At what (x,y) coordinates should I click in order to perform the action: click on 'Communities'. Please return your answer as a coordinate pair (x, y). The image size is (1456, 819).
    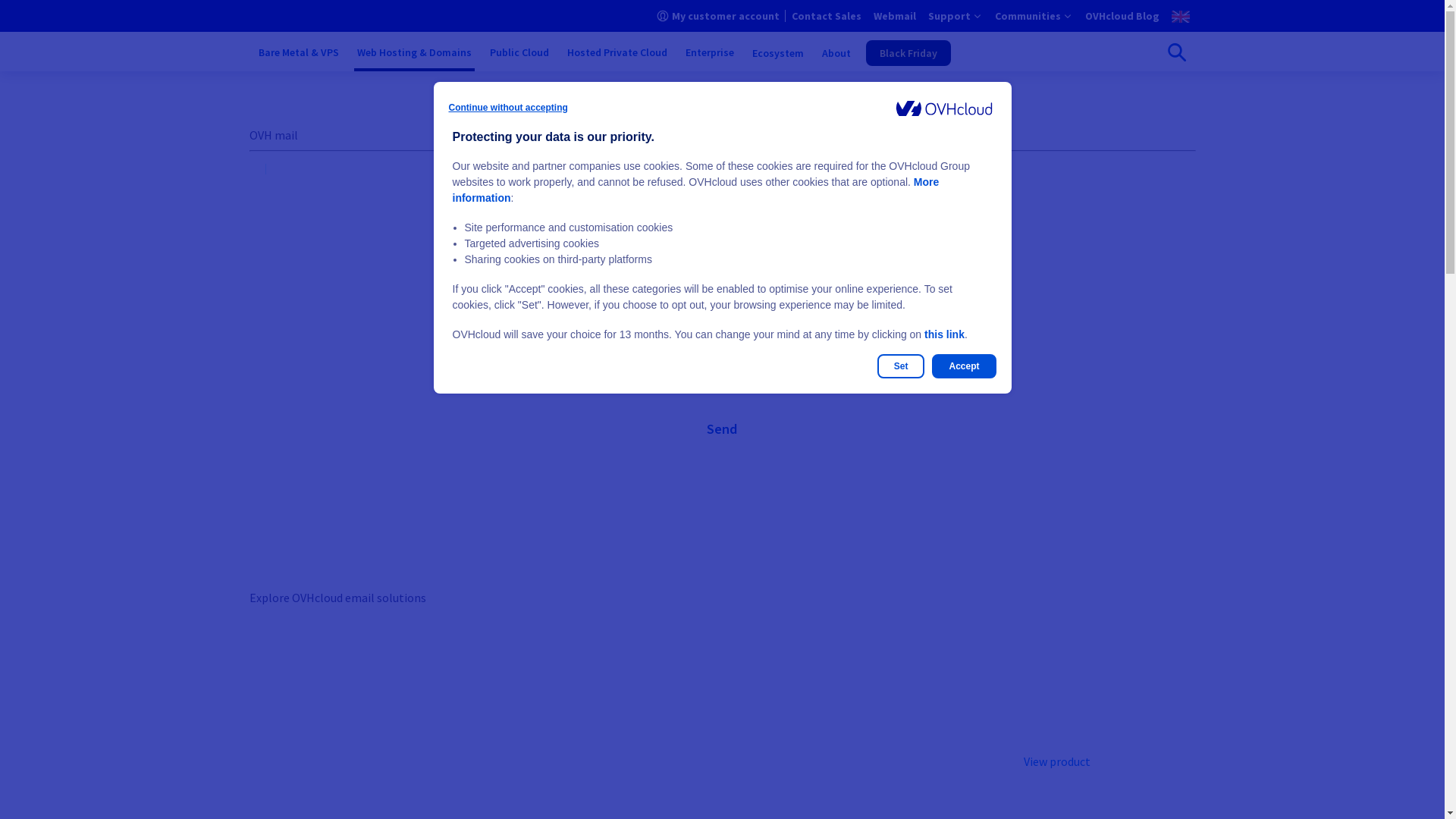
    Looking at the image, I should click on (994, 15).